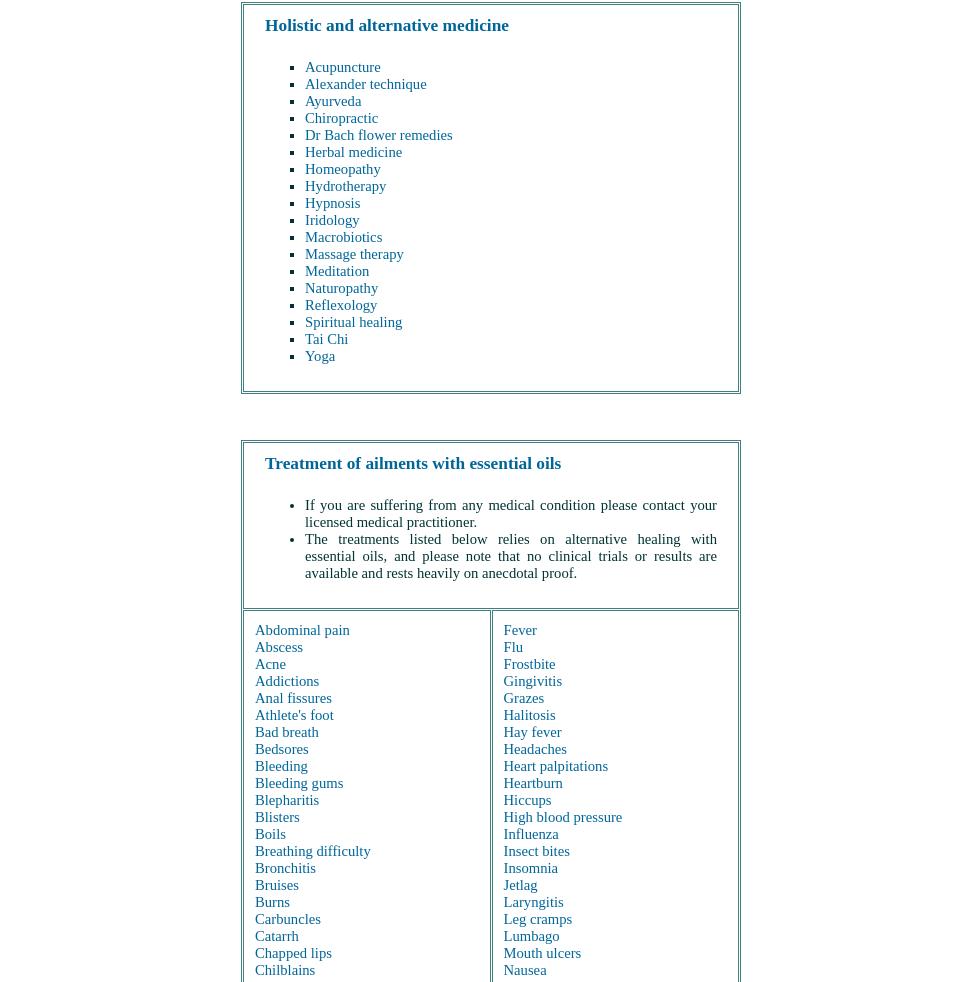 The image size is (979, 982). I want to click on 'Dr Bach flower remedies', so click(378, 134).